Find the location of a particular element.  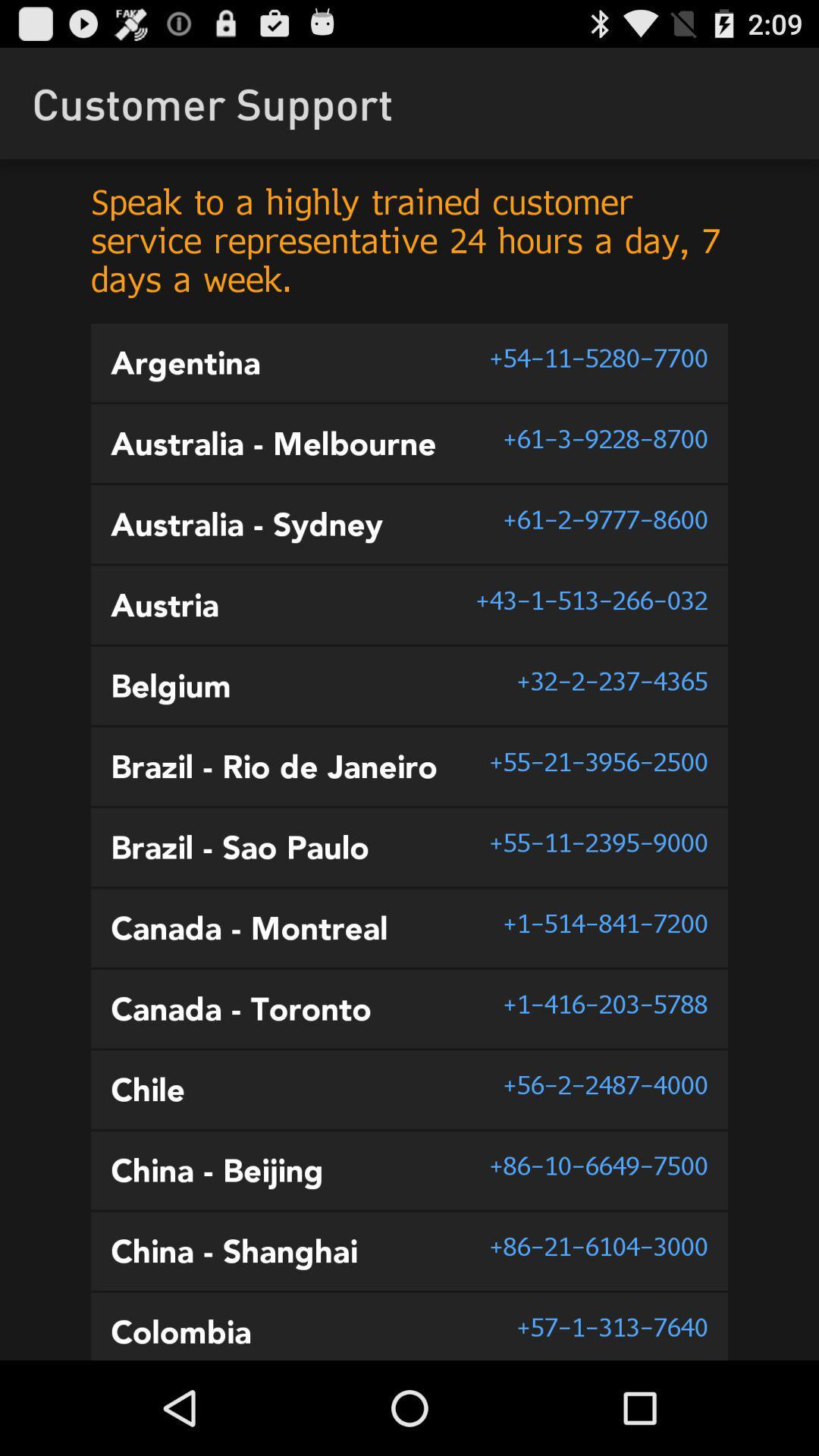

the item above the 43 1 513 is located at coordinates (604, 519).